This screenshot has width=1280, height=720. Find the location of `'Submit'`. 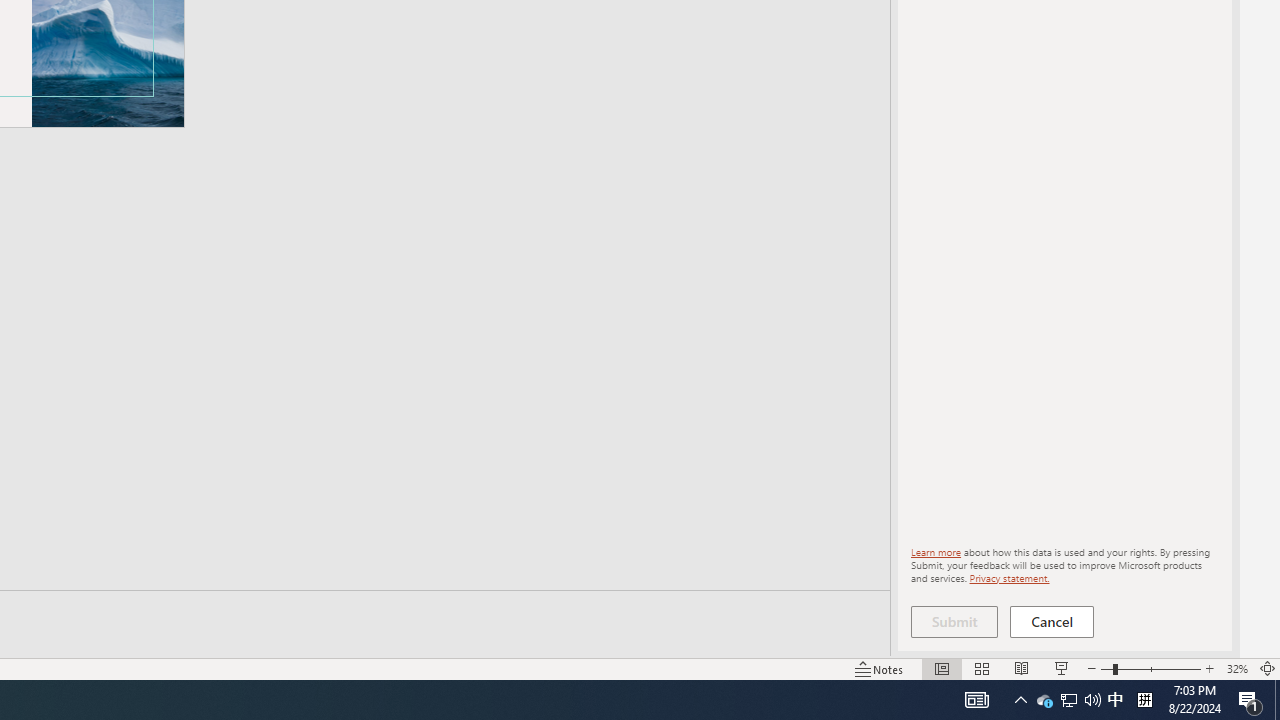

'Submit' is located at coordinates (953, 621).